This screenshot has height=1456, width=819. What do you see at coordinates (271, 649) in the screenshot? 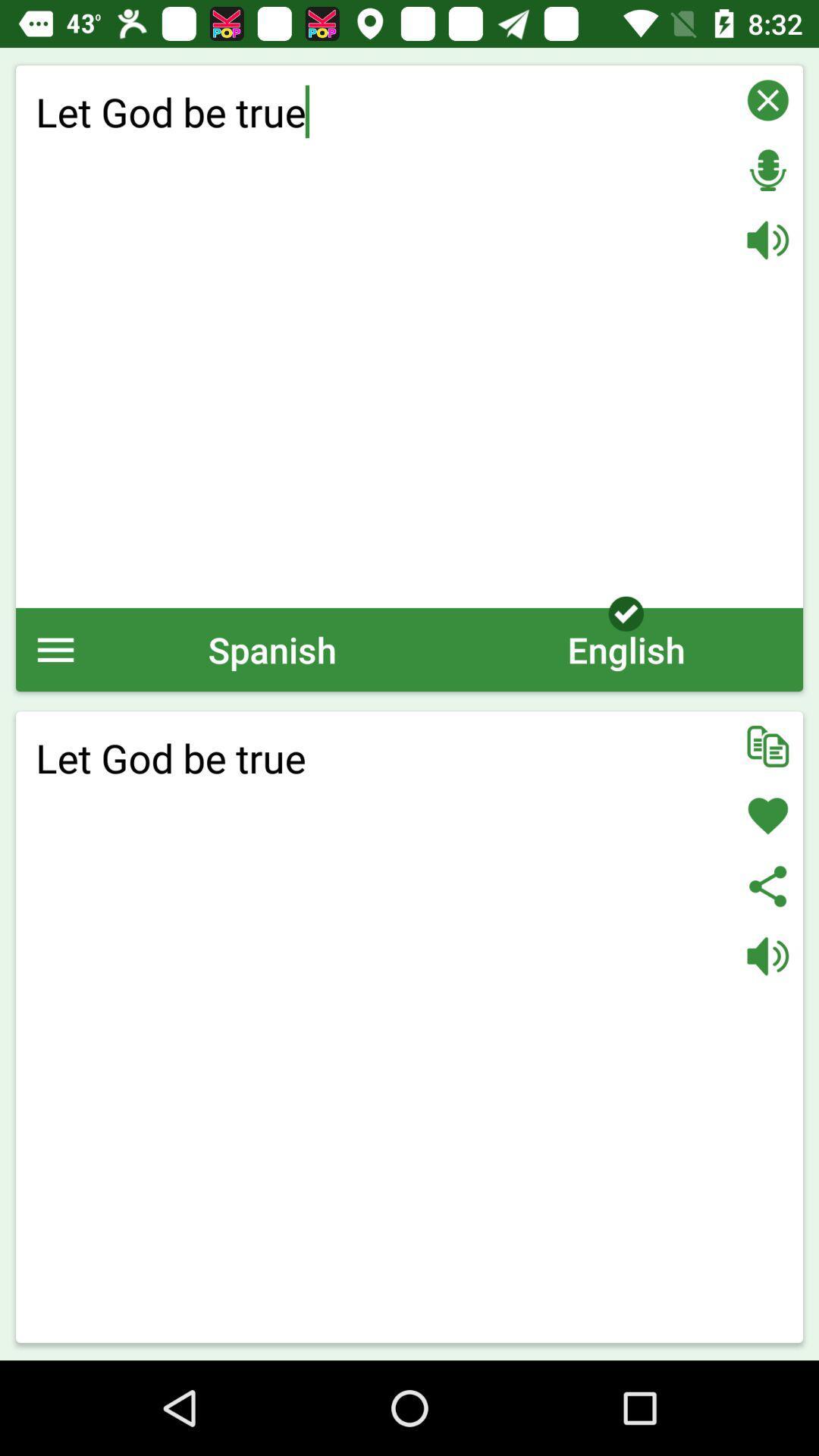
I see `icon below let god be icon` at bounding box center [271, 649].